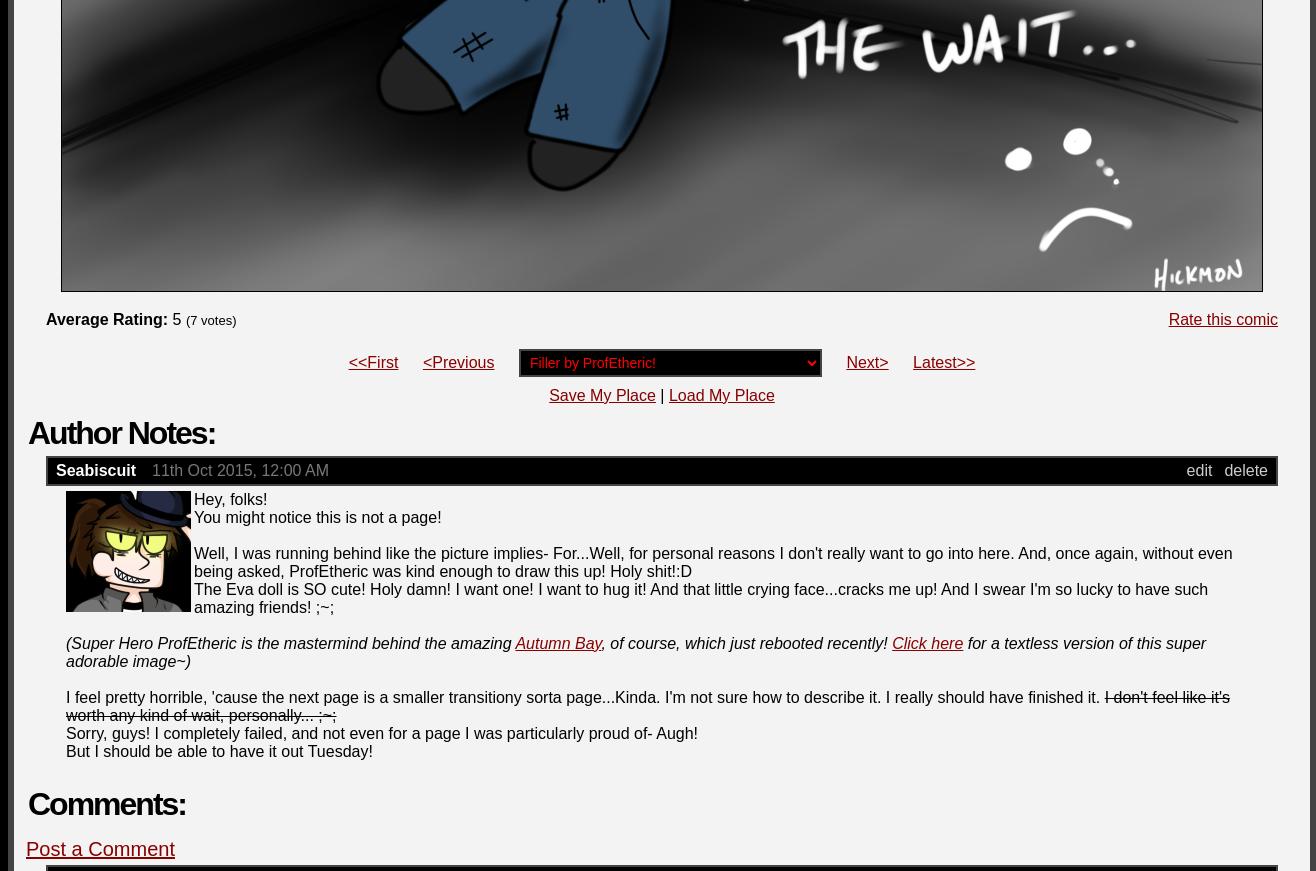  I want to click on '<Previous', so click(457, 361).